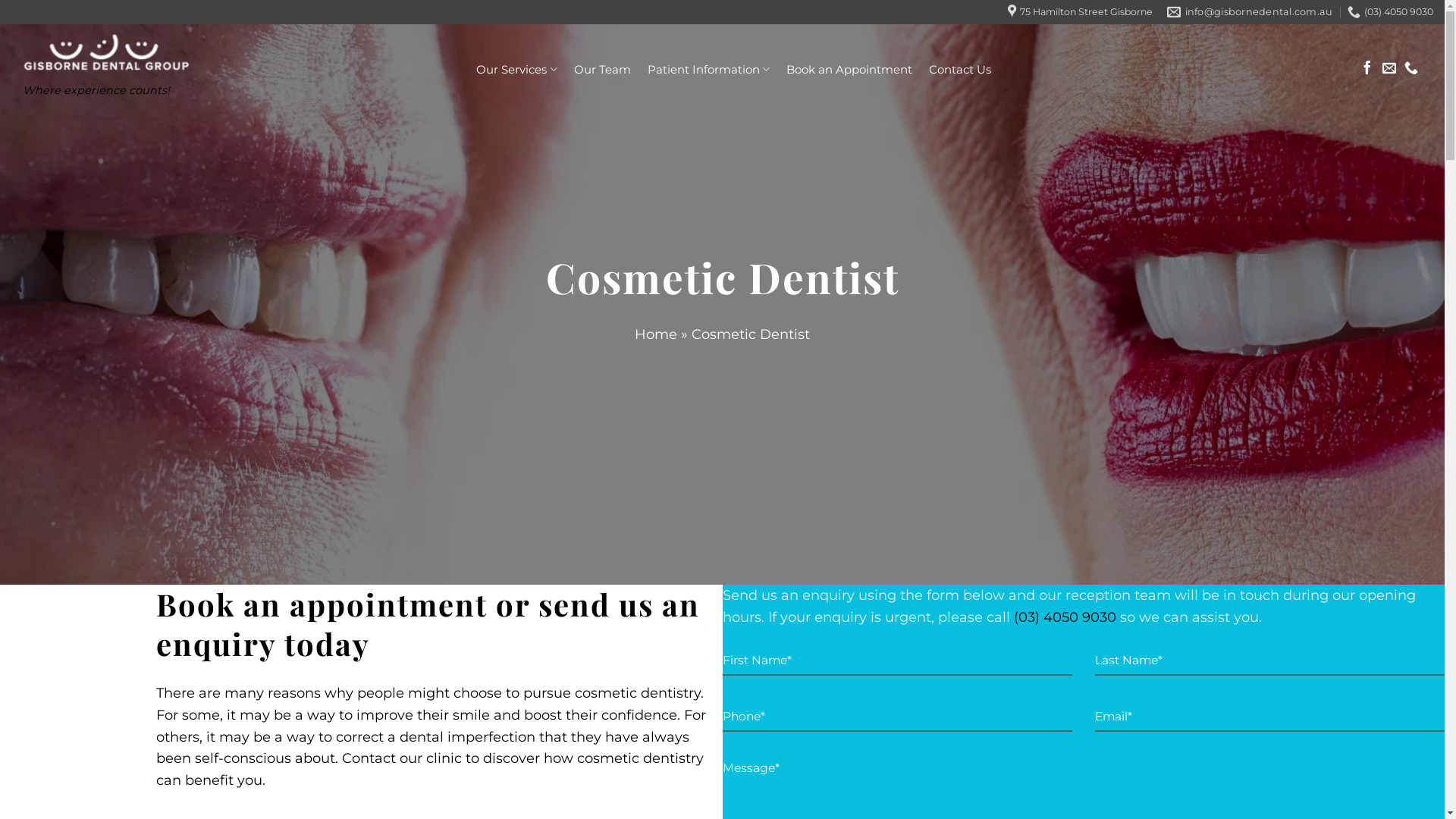 This screenshot has width=1456, height=819. Describe the element at coordinates (1389, 69) in the screenshot. I see `'Send us an email'` at that location.